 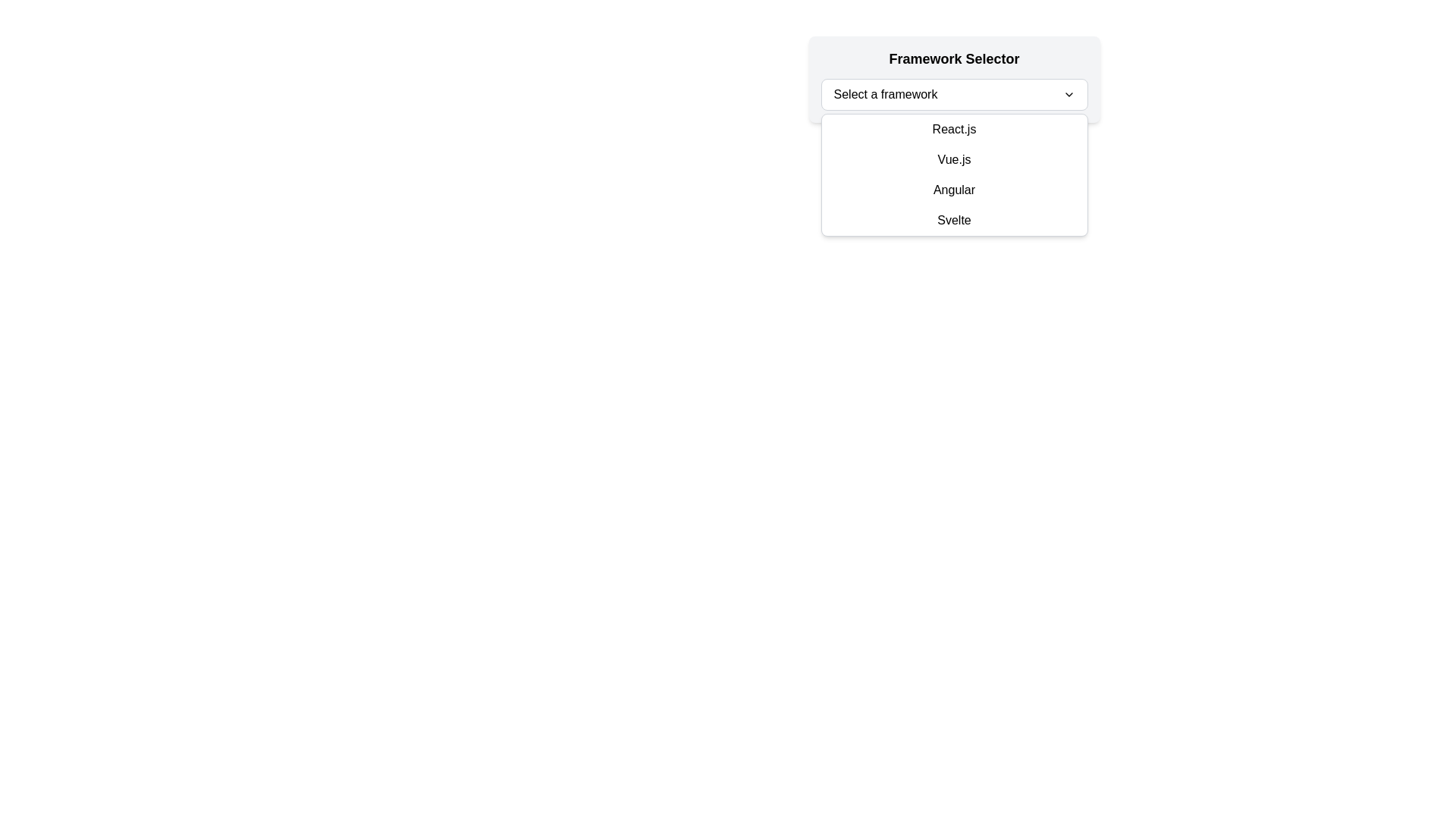 I want to click on to select the dropdown menu item containing the text 'Angular', which is the third item in the dropdown list, so click(x=953, y=189).